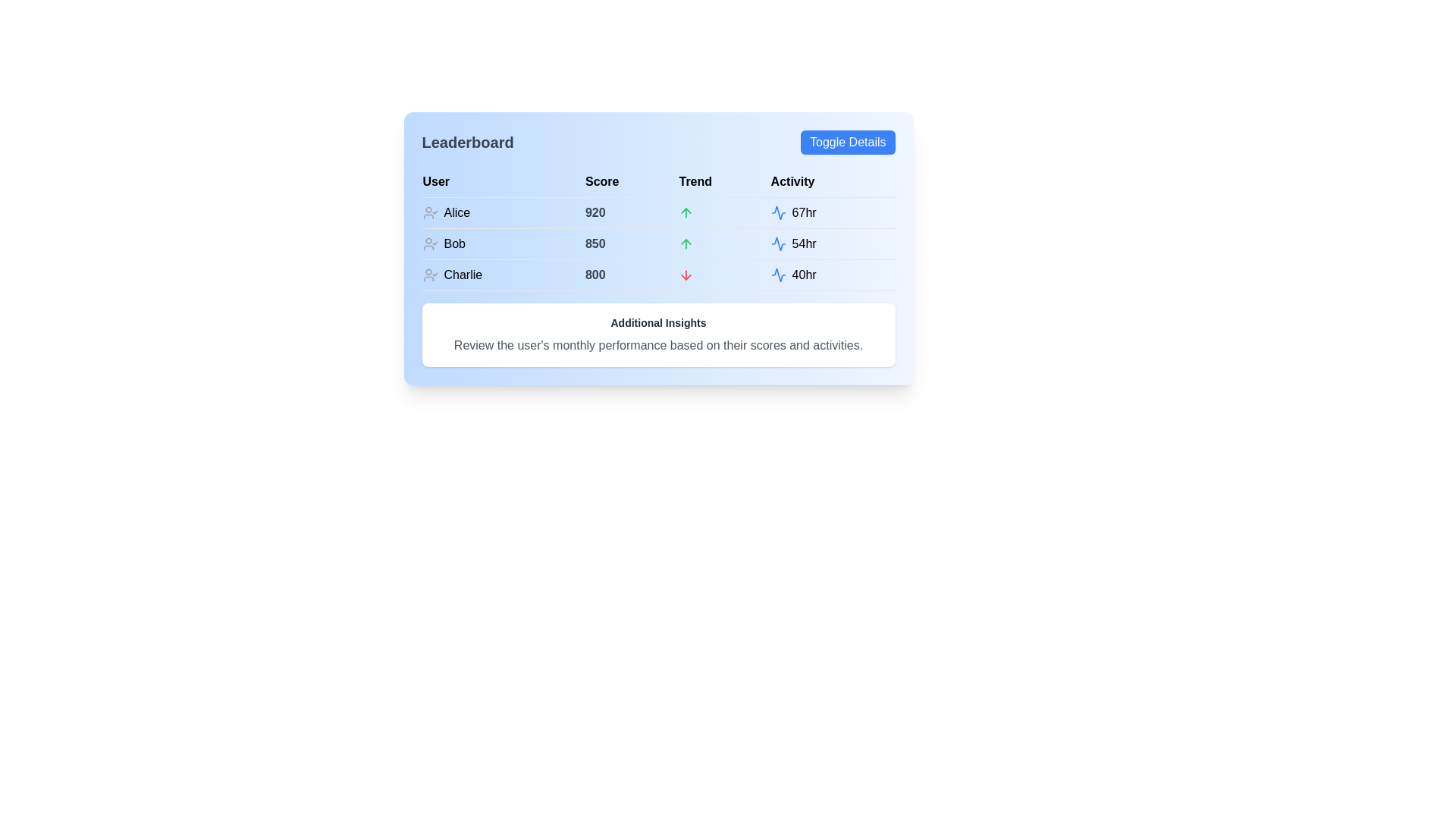  I want to click on the profile status icon with a checkmark that indicates verification, located to the left of the text 'Charlie' in the third row of the leaderboard table, so click(429, 275).